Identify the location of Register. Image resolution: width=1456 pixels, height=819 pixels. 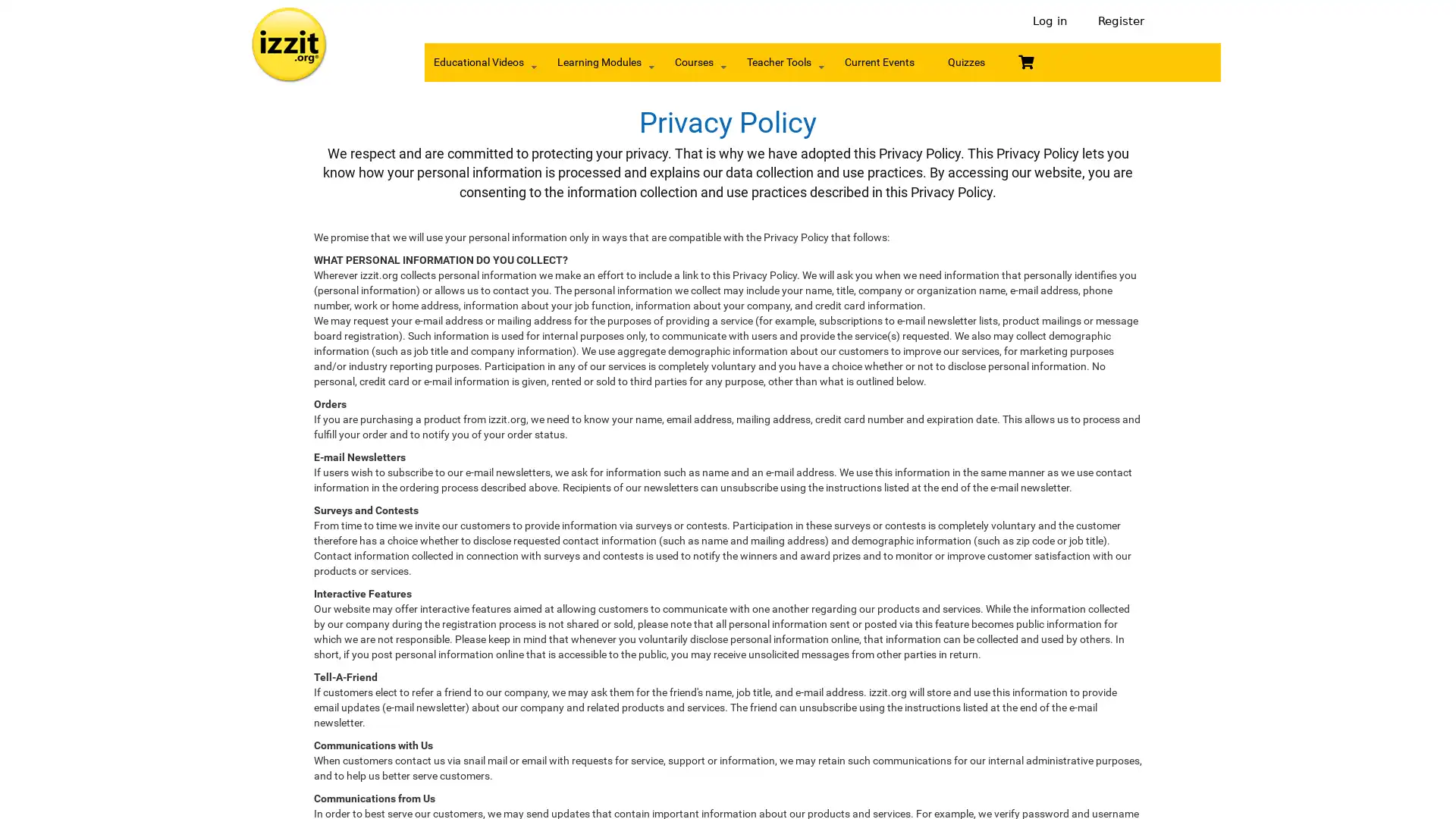
(1117, 21).